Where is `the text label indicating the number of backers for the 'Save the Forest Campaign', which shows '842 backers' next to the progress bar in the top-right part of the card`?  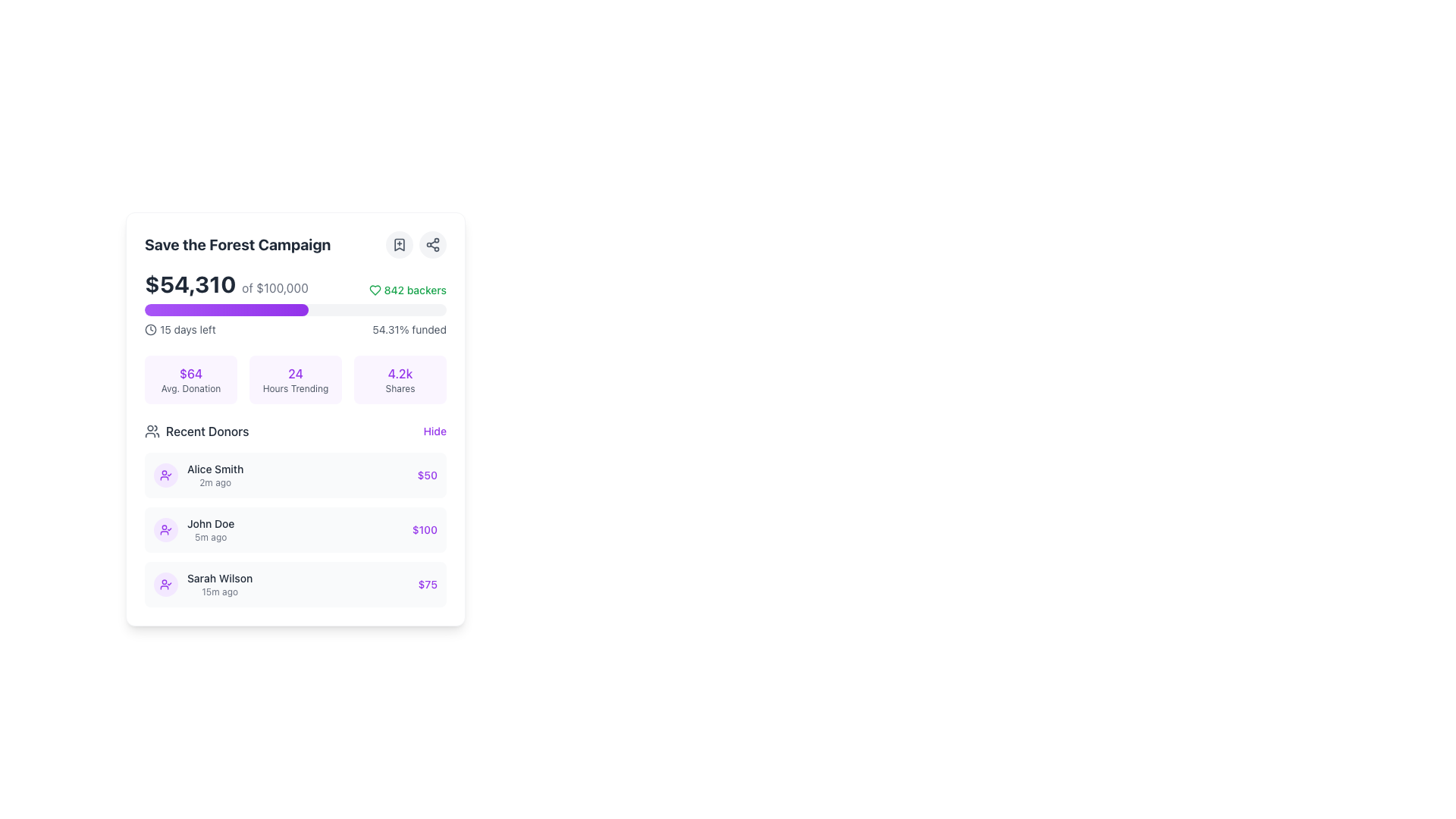 the text label indicating the number of backers for the 'Save the Forest Campaign', which shows '842 backers' next to the progress bar in the top-right part of the card is located at coordinates (415, 290).